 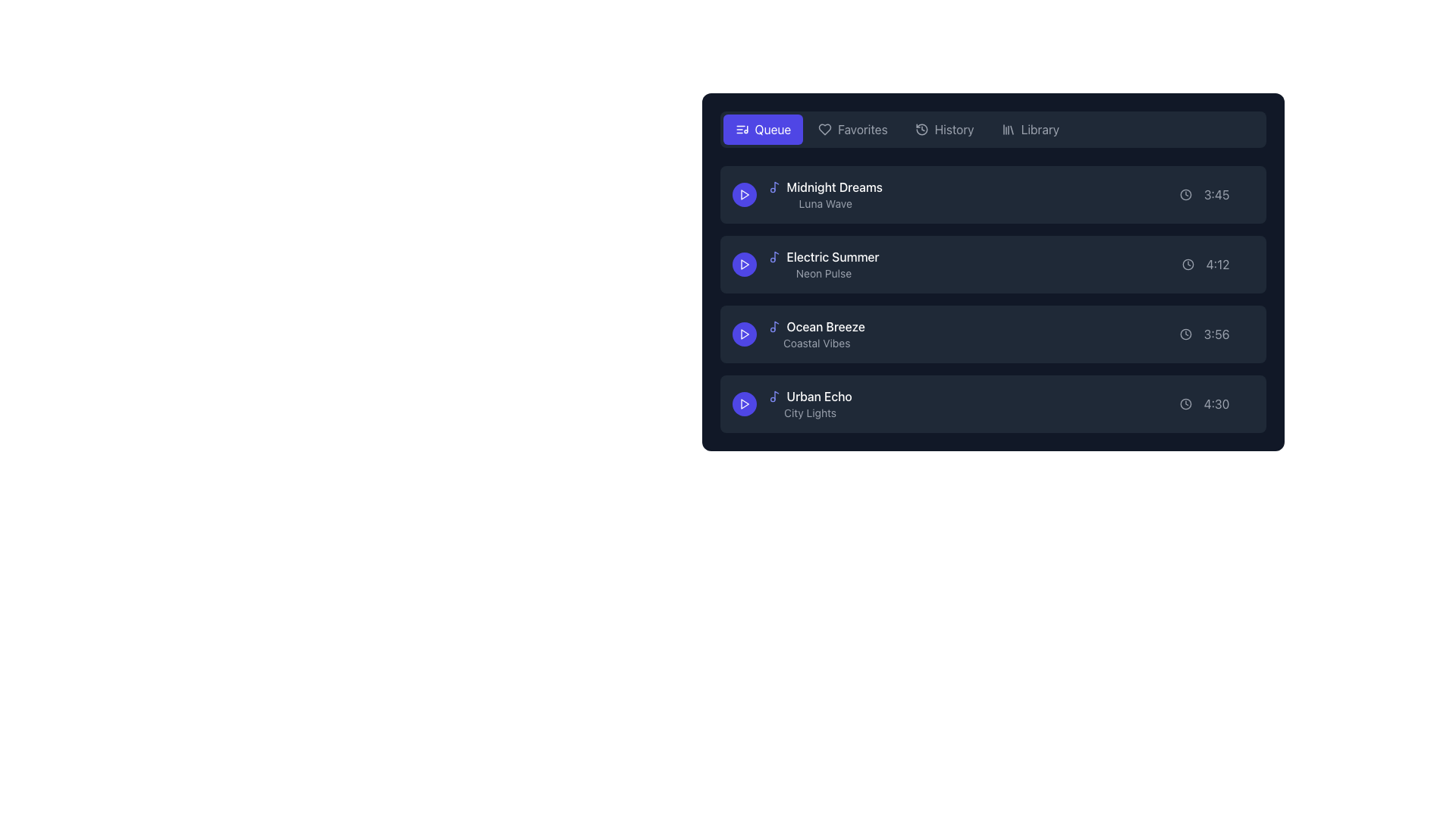 What do you see at coordinates (1030, 128) in the screenshot?
I see `the 'Library' button` at bounding box center [1030, 128].